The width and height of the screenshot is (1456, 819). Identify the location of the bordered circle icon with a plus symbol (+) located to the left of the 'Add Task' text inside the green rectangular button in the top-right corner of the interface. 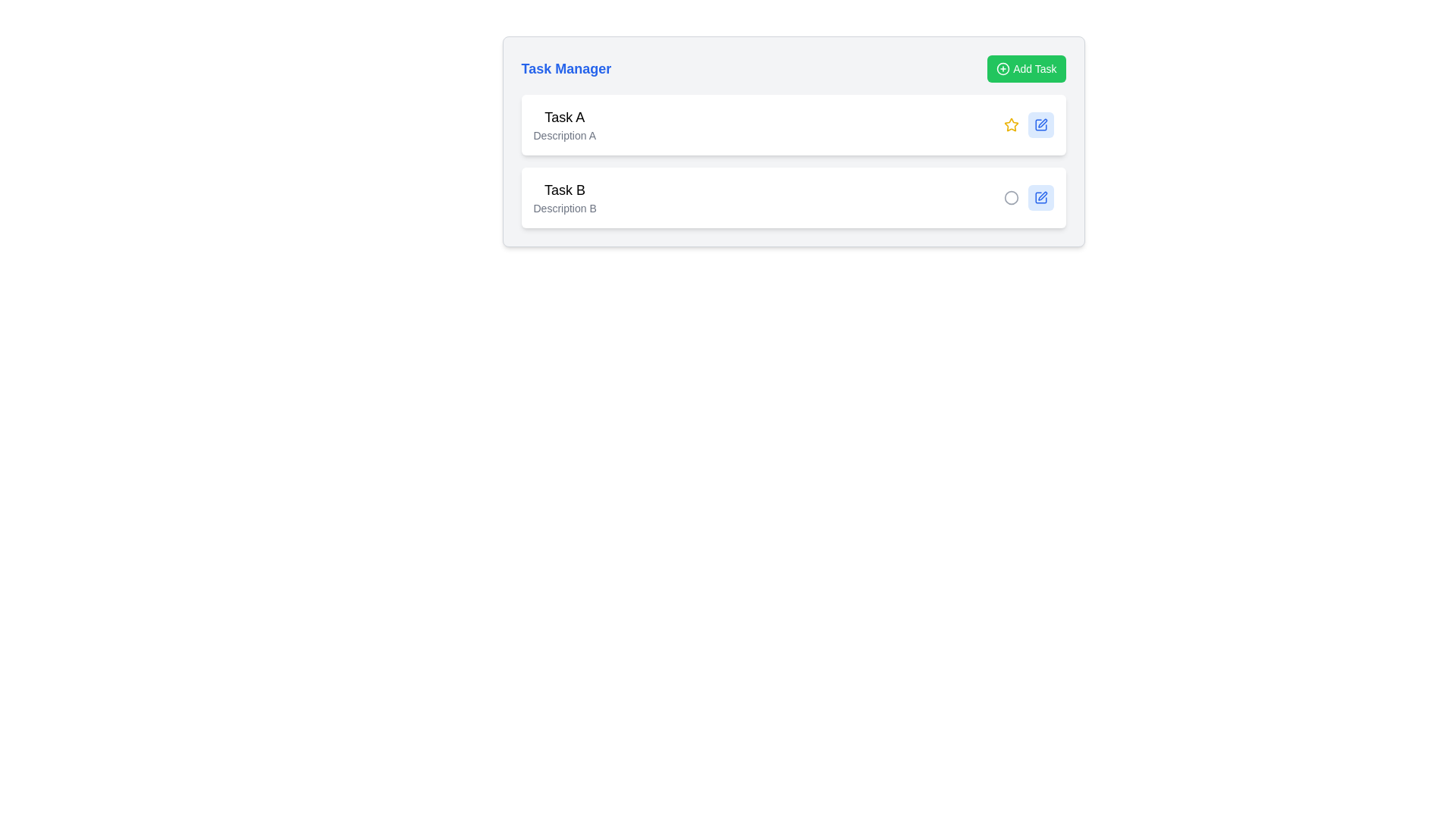
(1003, 69).